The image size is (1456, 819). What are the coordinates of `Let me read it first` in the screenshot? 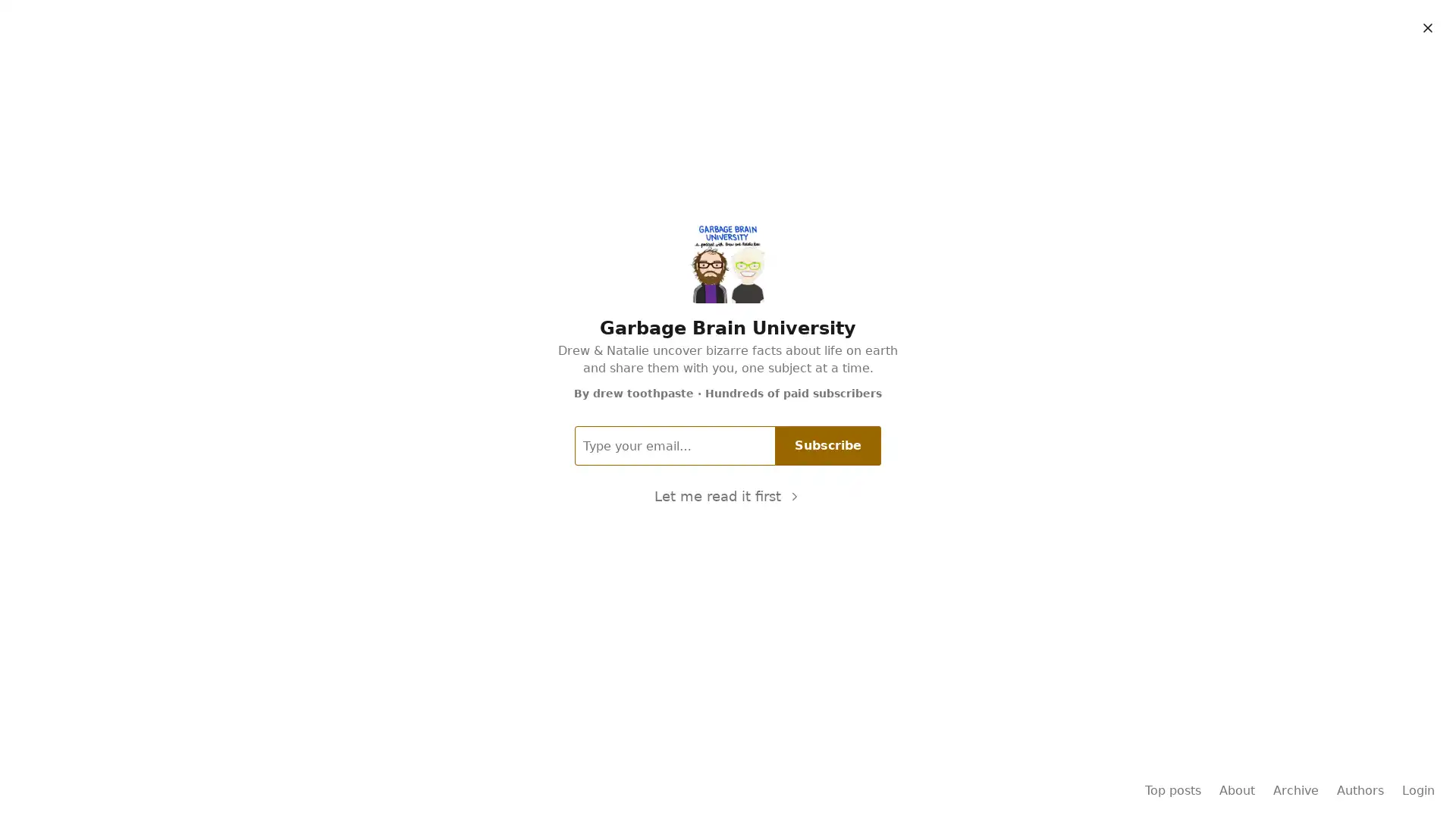 It's located at (726, 497).